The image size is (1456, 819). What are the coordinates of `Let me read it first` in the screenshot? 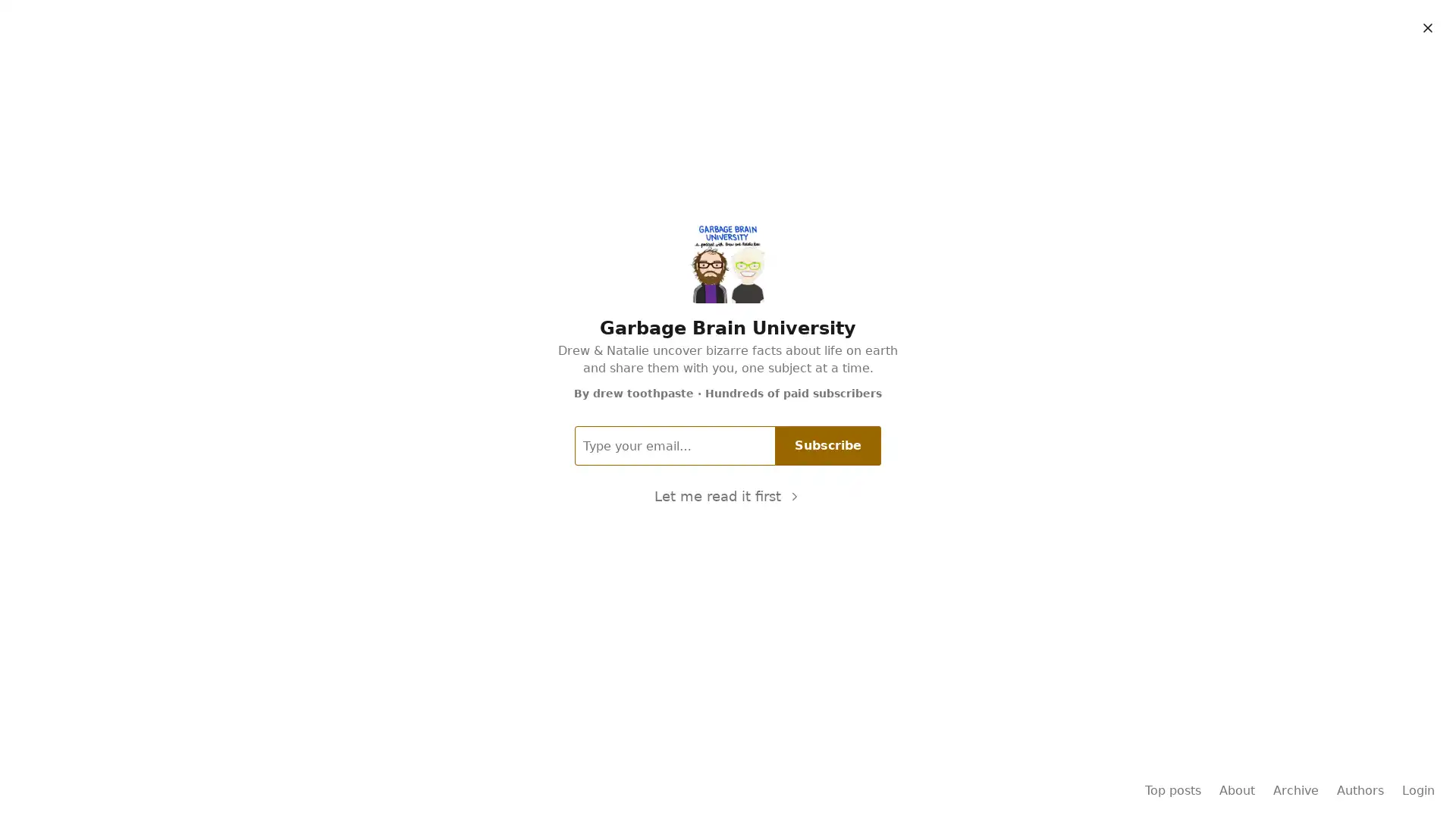 It's located at (726, 497).